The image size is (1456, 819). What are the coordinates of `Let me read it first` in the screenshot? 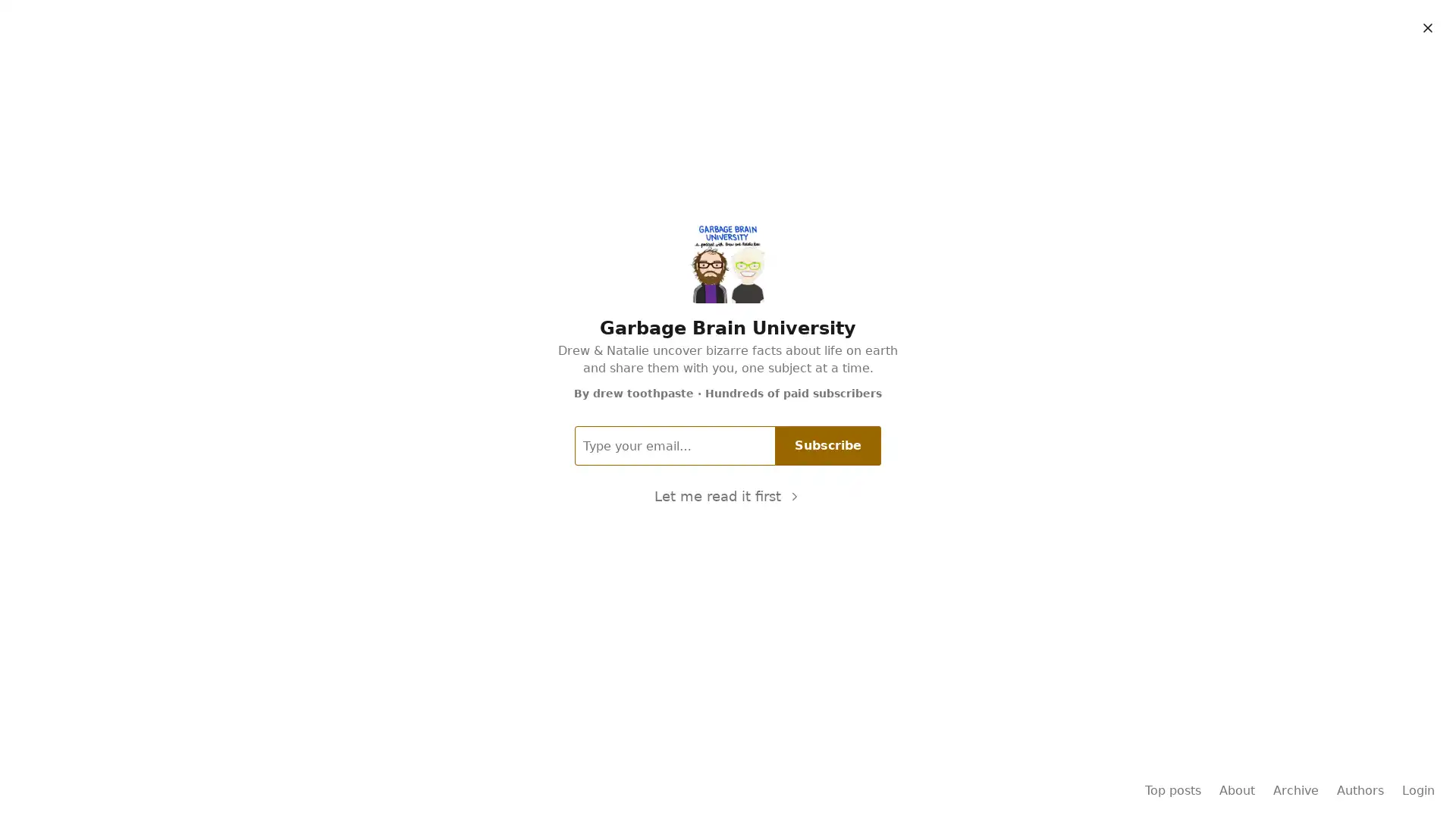 It's located at (726, 497).